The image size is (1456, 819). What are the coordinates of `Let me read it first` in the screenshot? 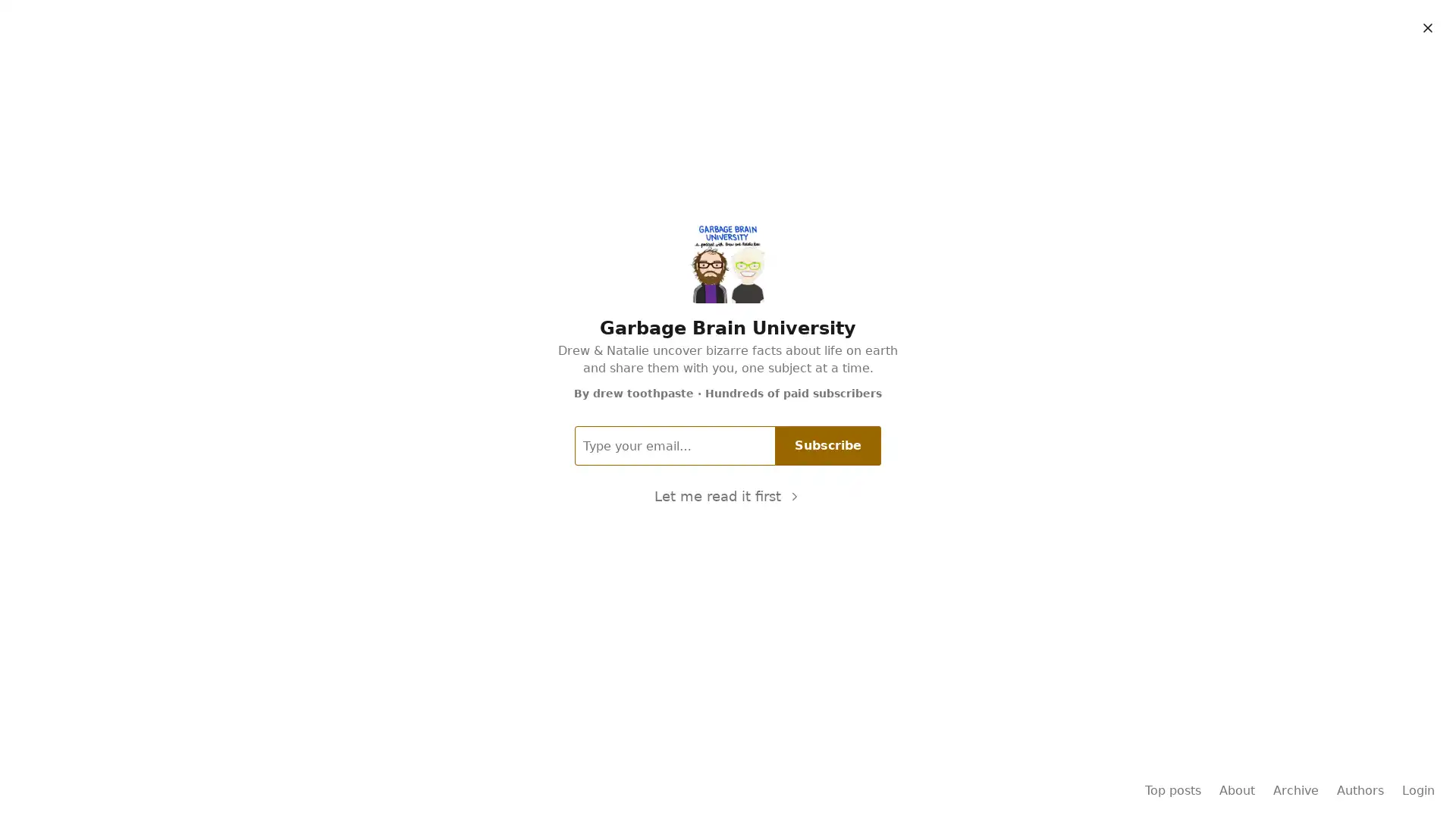 It's located at (726, 497).